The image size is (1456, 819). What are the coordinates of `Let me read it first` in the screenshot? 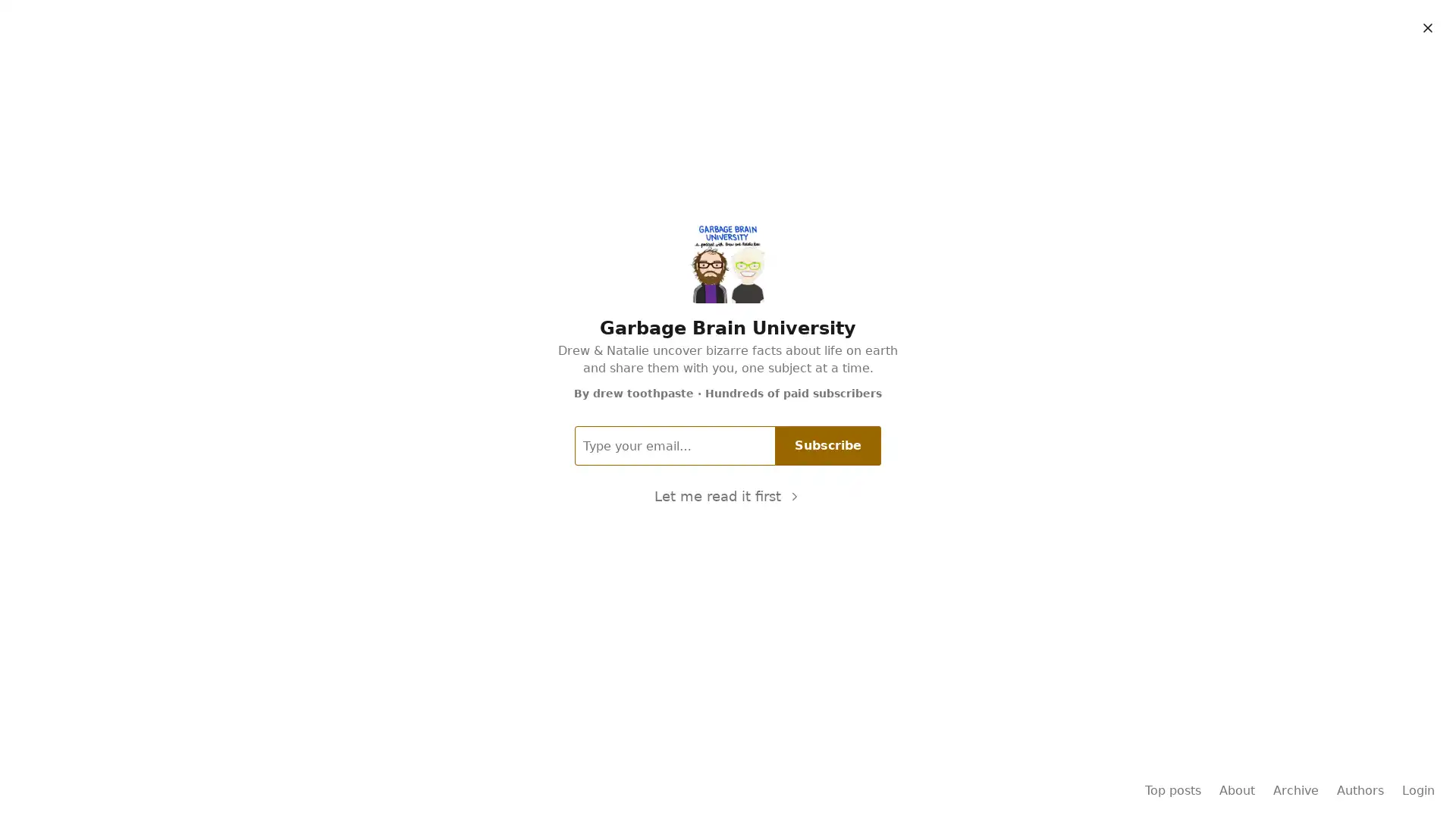 It's located at (726, 497).